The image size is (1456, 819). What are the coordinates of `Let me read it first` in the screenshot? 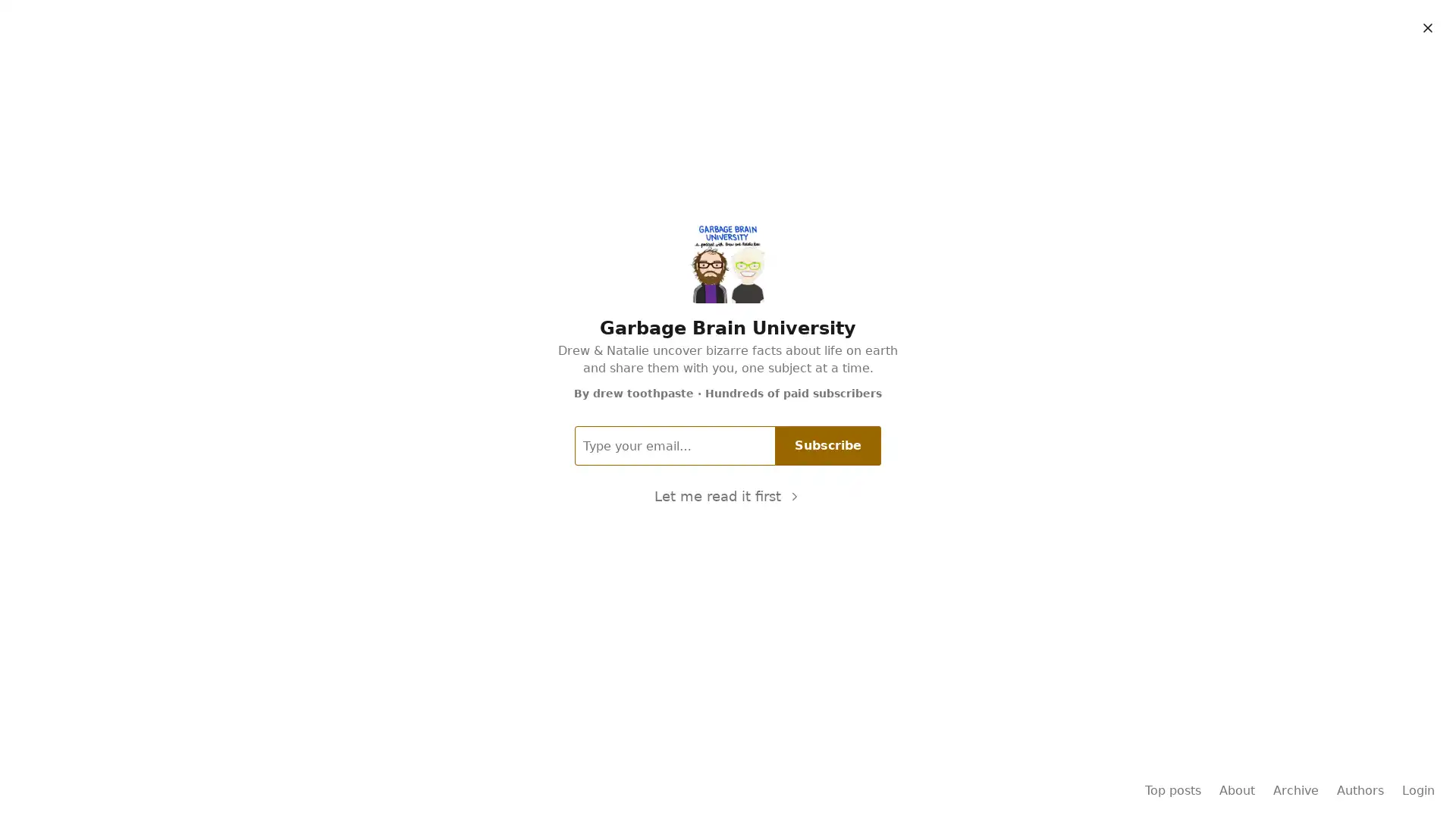 It's located at (726, 497).